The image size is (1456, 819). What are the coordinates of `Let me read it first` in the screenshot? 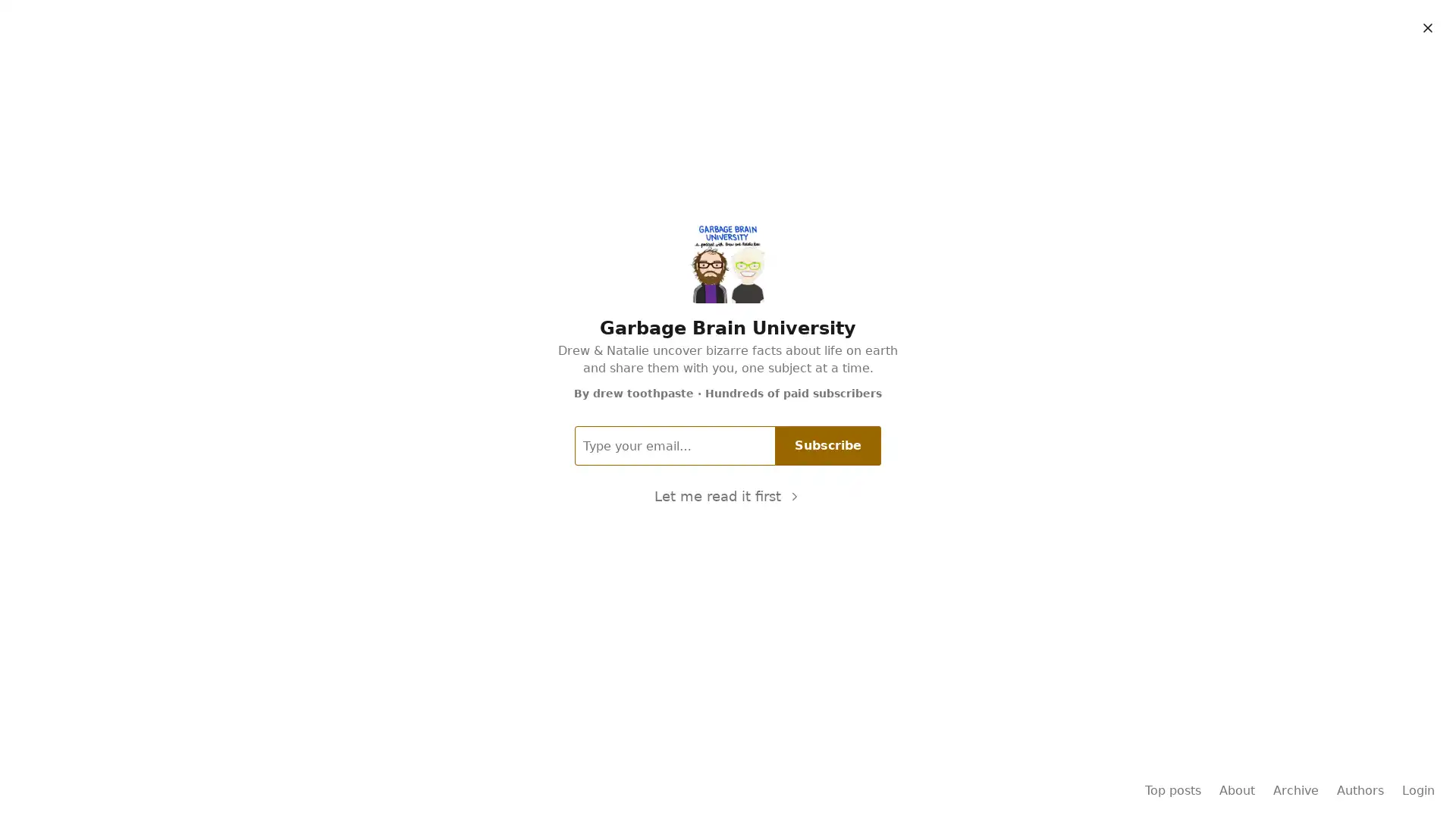 It's located at (726, 497).